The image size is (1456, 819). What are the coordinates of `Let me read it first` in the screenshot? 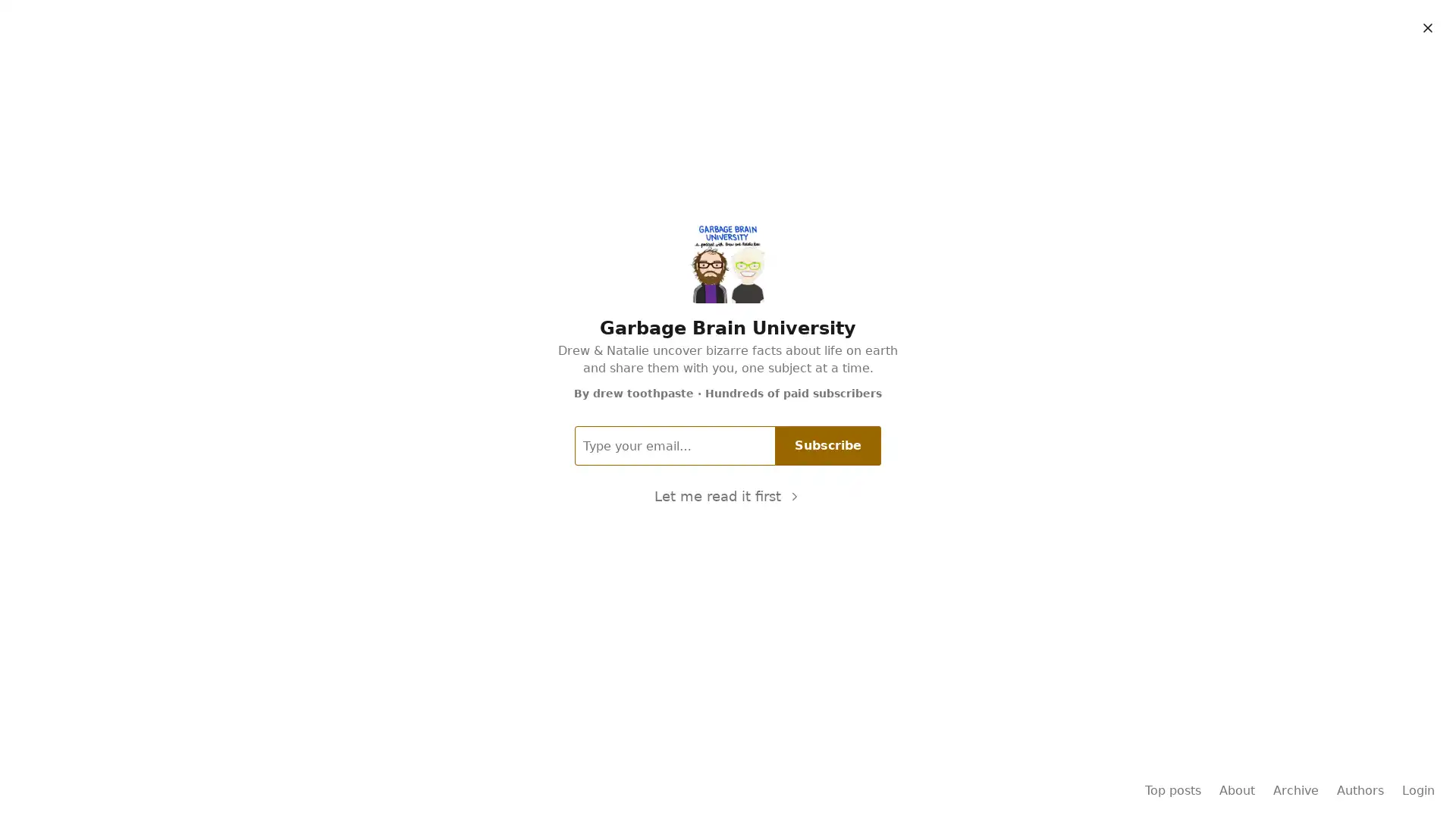 It's located at (726, 497).